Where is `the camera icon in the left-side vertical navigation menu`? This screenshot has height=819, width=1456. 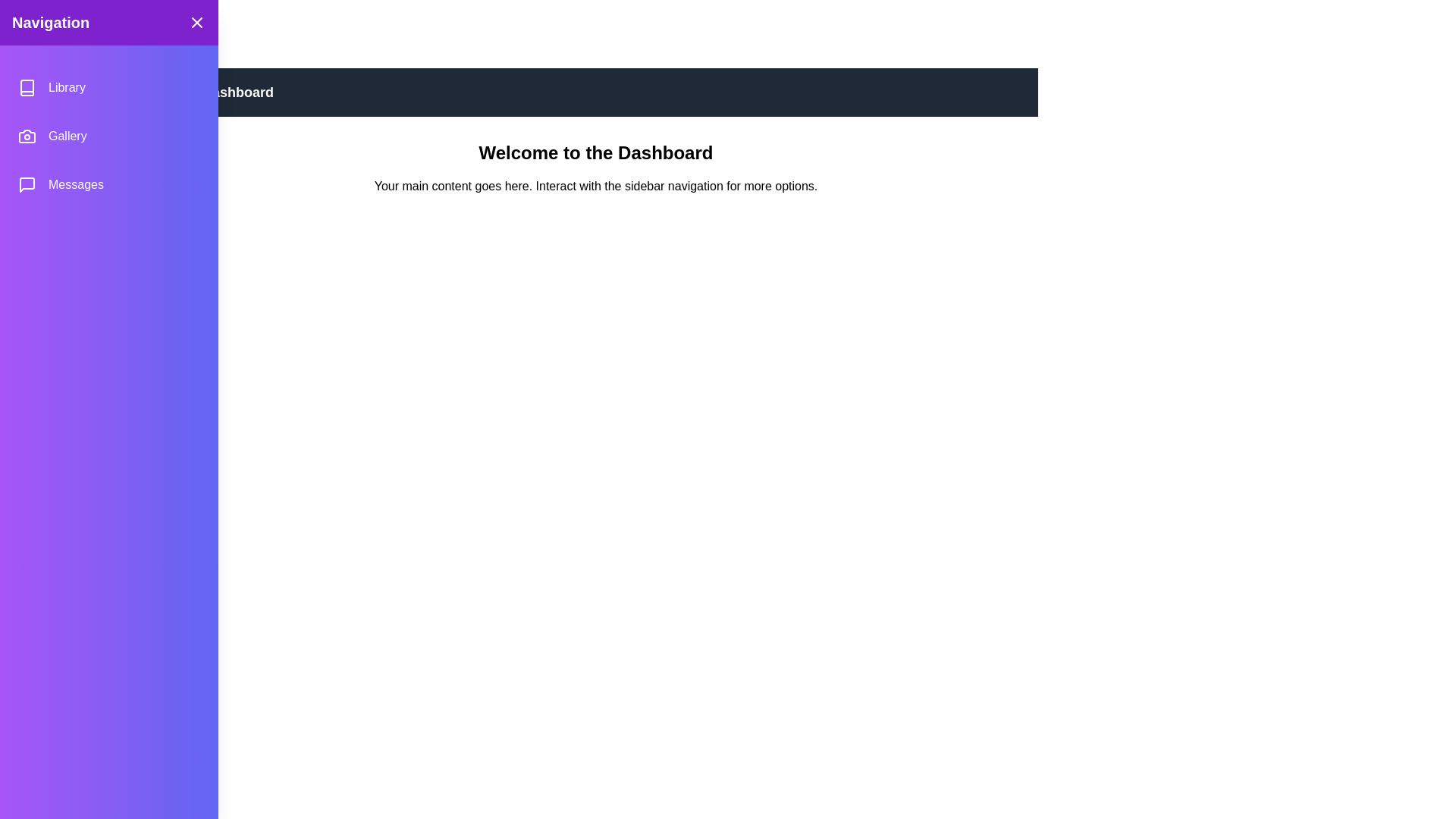
the camera icon in the left-side vertical navigation menu is located at coordinates (27, 136).